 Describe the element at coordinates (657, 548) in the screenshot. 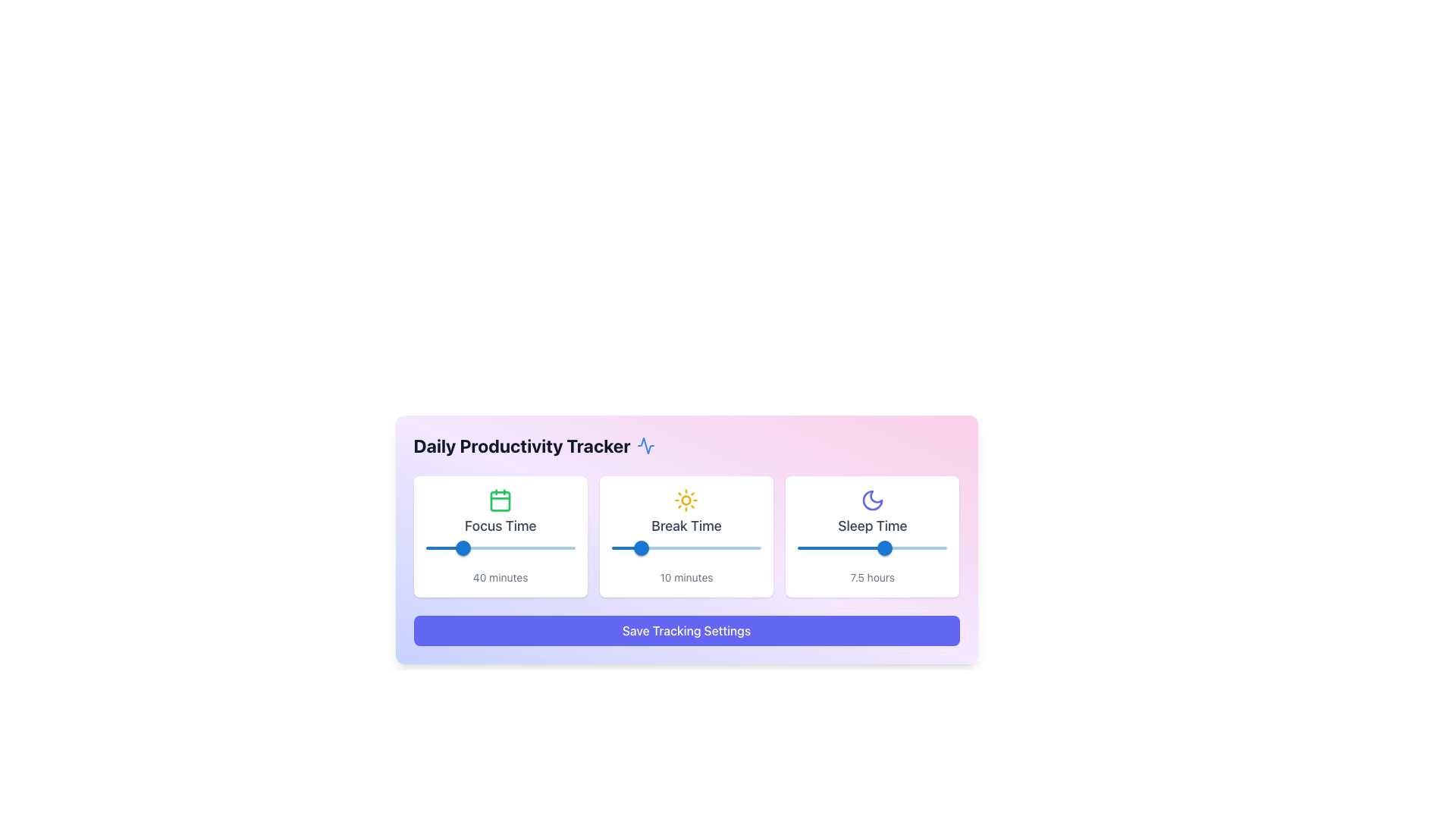

I see `break time` at that location.